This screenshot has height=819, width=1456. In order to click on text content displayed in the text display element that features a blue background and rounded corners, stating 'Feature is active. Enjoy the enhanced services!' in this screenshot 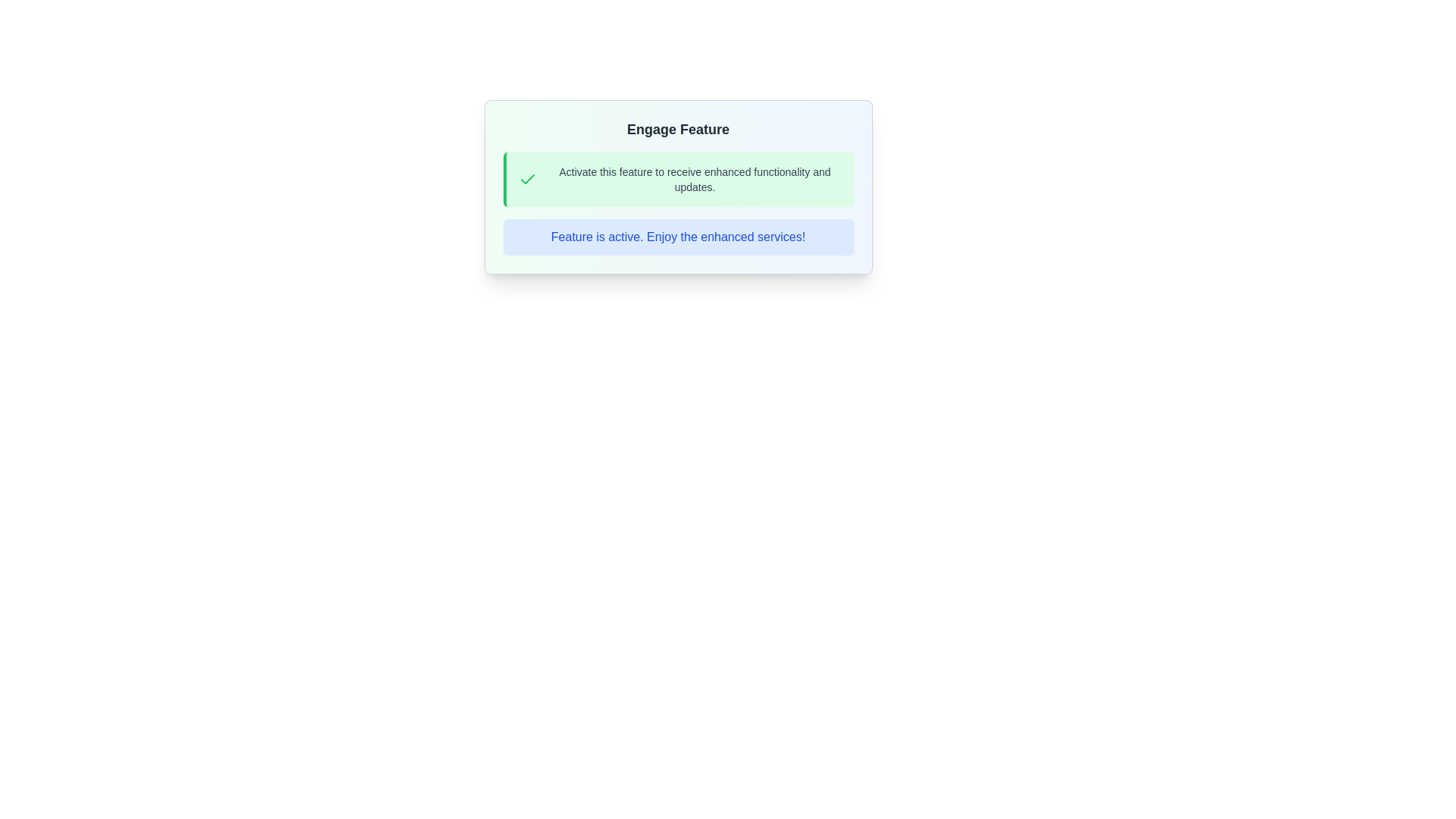, I will do `click(677, 237)`.